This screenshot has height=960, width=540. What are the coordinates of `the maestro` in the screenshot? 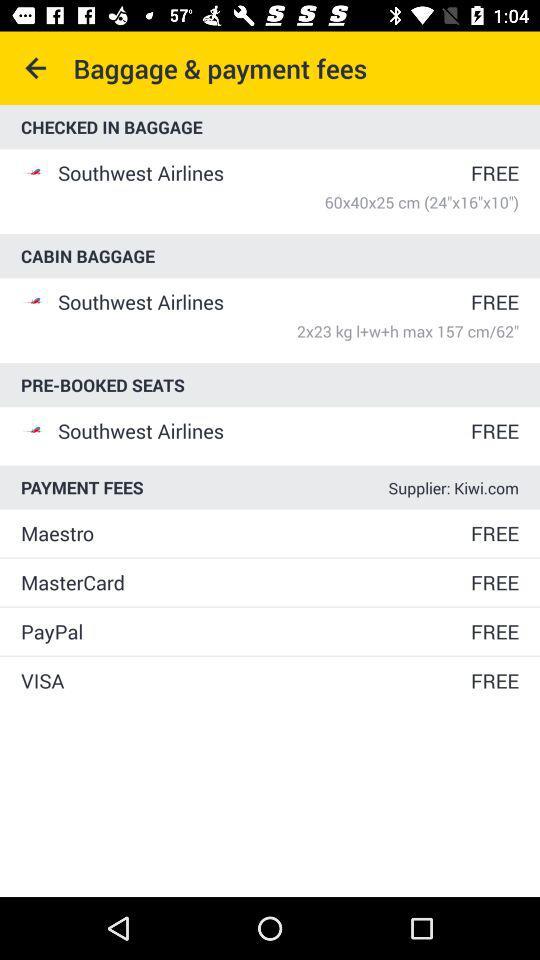 It's located at (244, 532).